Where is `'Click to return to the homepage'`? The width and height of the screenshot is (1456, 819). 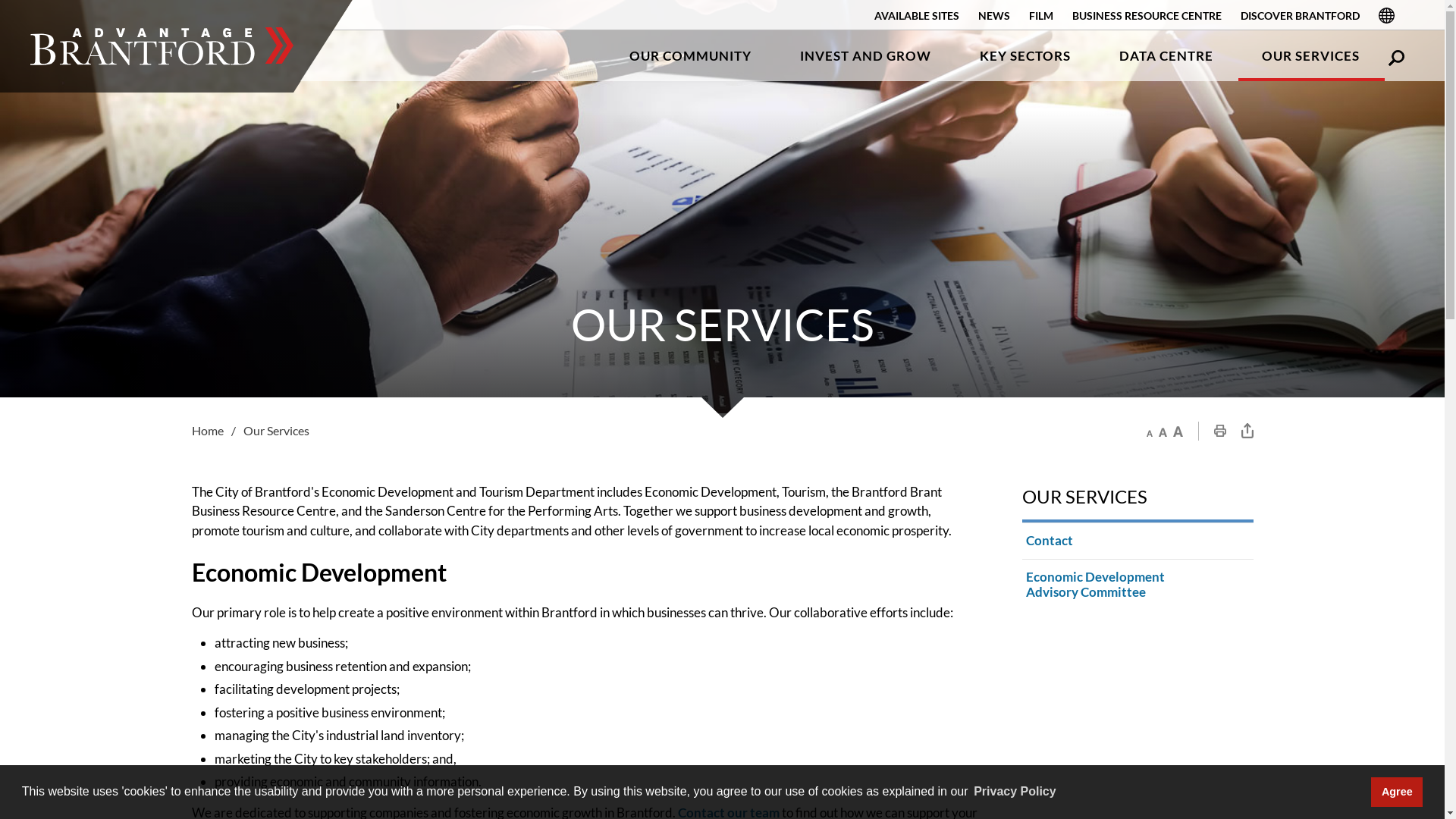 'Click to return to the homepage' is located at coordinates (162, 45).